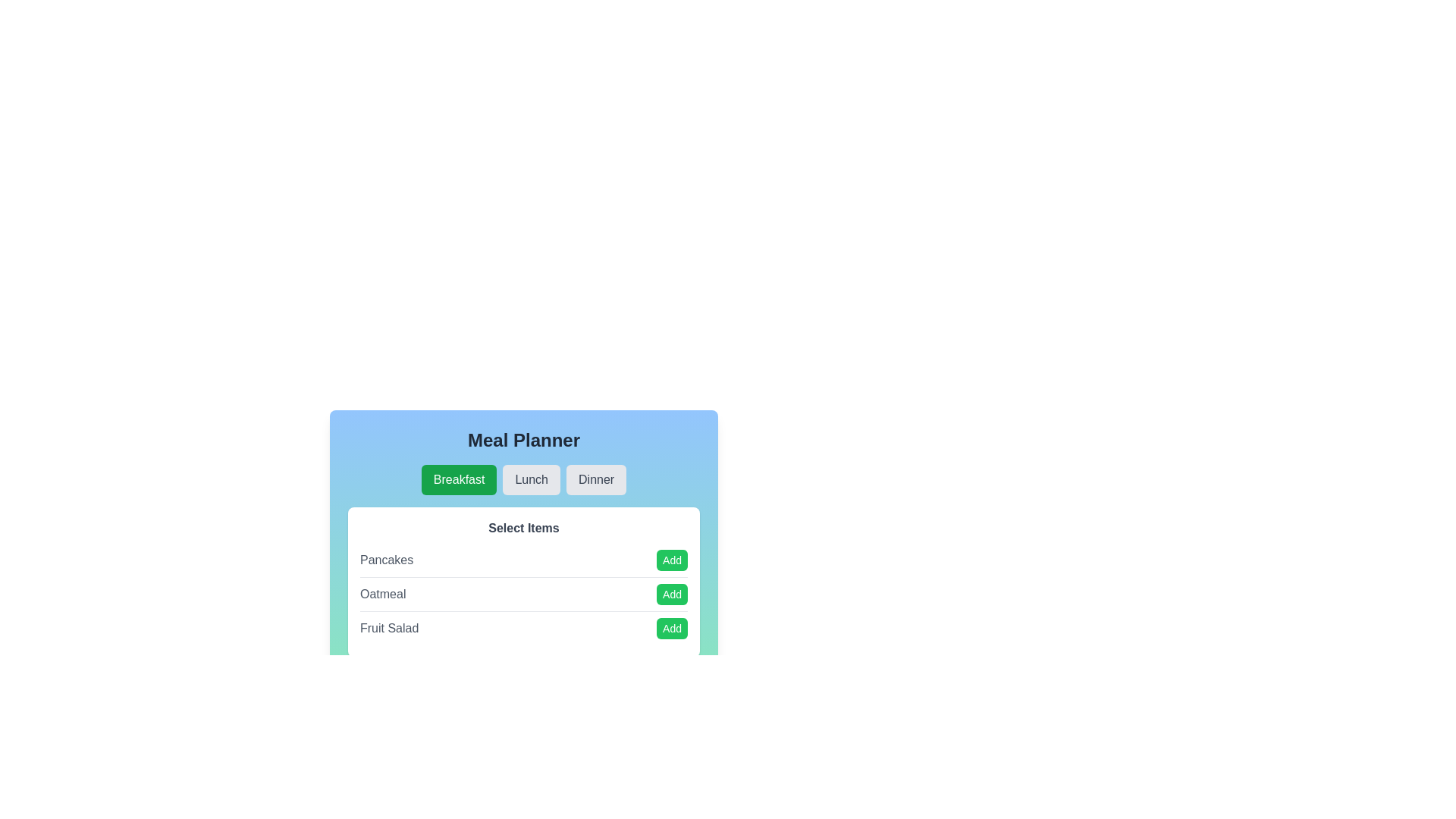 This screenshot has height=819, width=1456. What do you see at coordinates (671, 593) in the screenshot?
I see `the button located on the right side of the second item in a vertical list` at bounding box center [671, 593].